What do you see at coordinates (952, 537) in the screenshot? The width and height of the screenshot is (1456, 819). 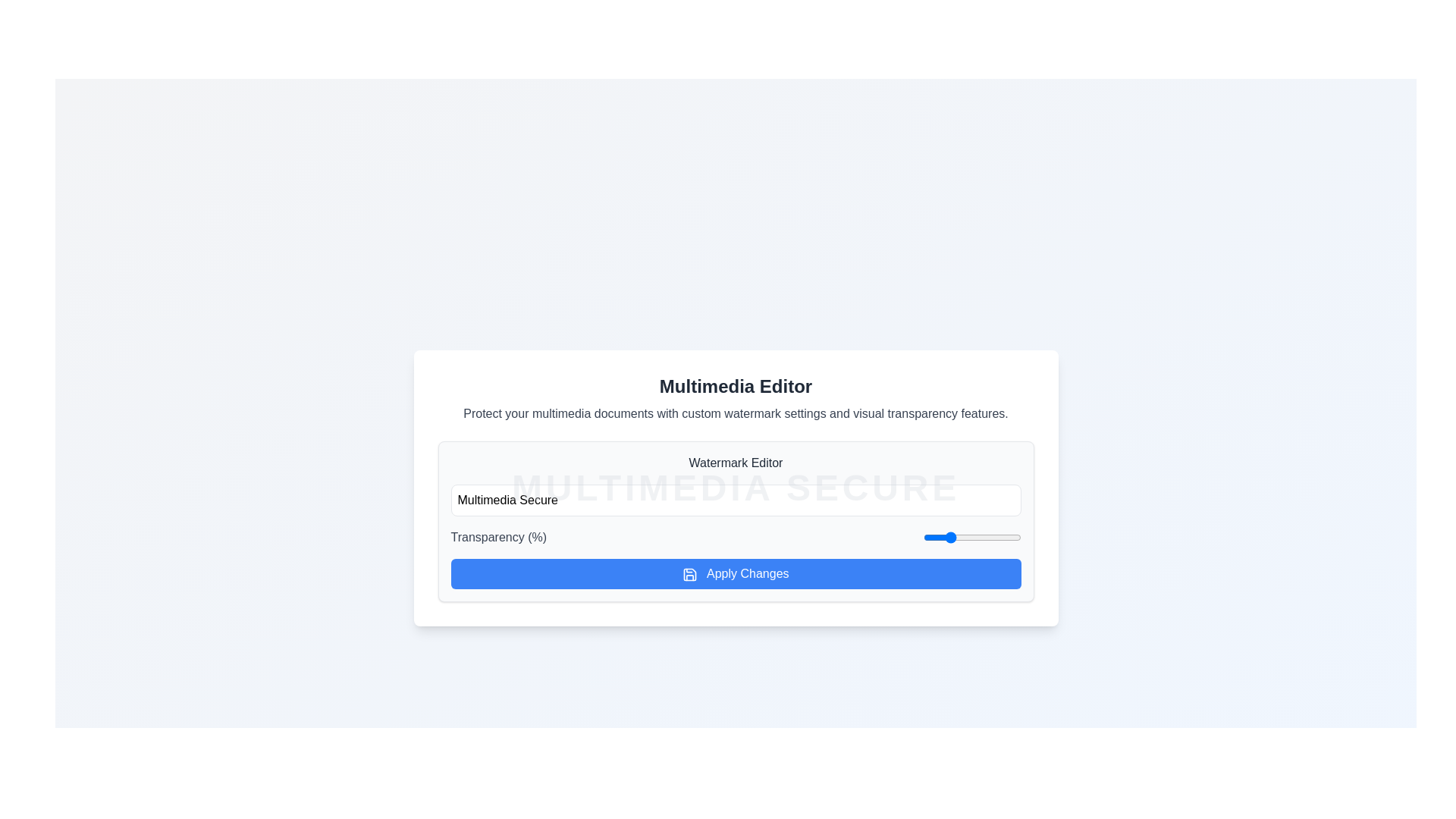 I see `the transparency slider` at bounding box center [952, 537].